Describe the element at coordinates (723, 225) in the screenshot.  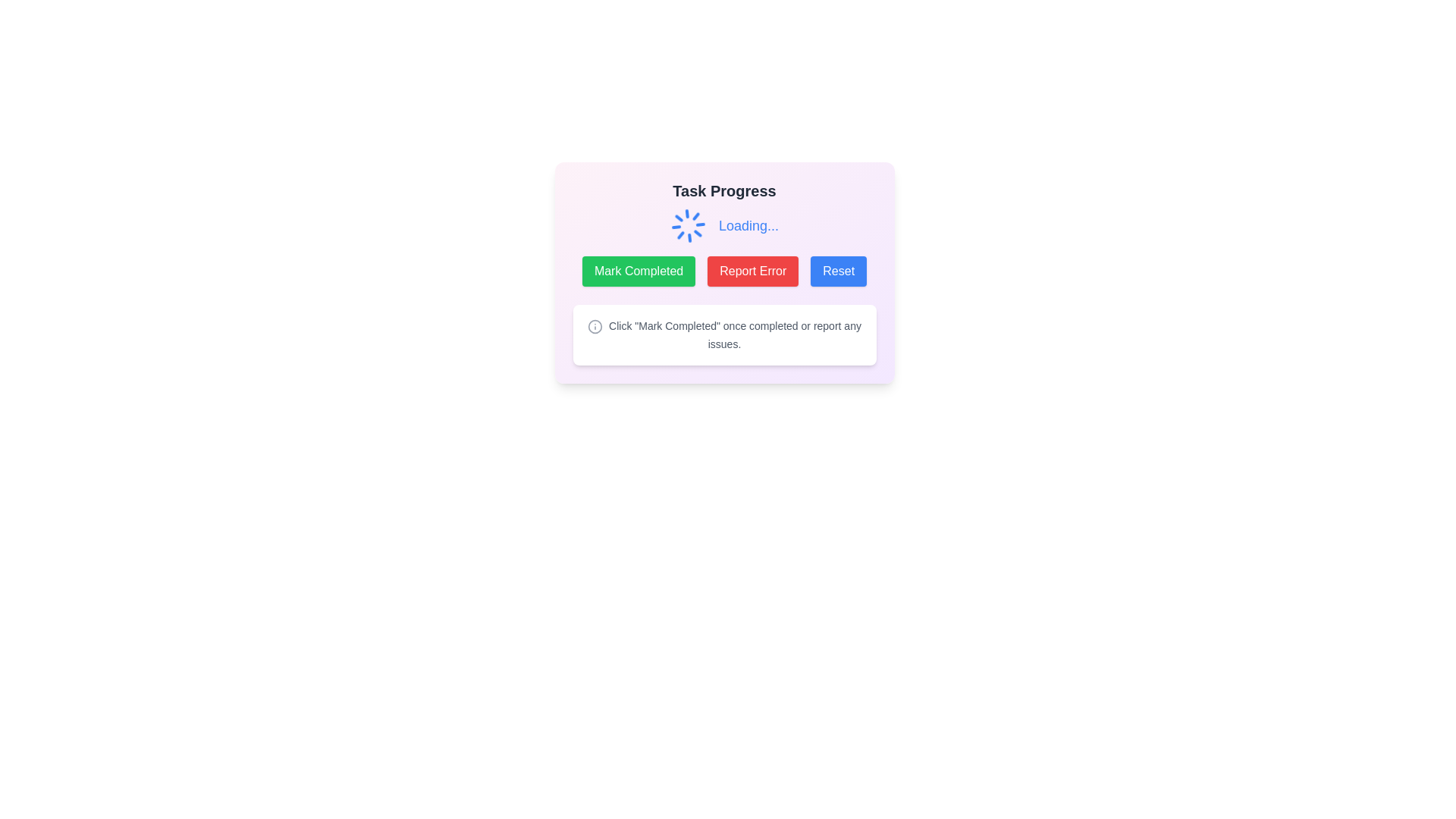
I see `progress text label from the Loader element, which is visually indicated by a spinning icon and is centered below the 'Task Progress' title and above the action buttons` at that location.